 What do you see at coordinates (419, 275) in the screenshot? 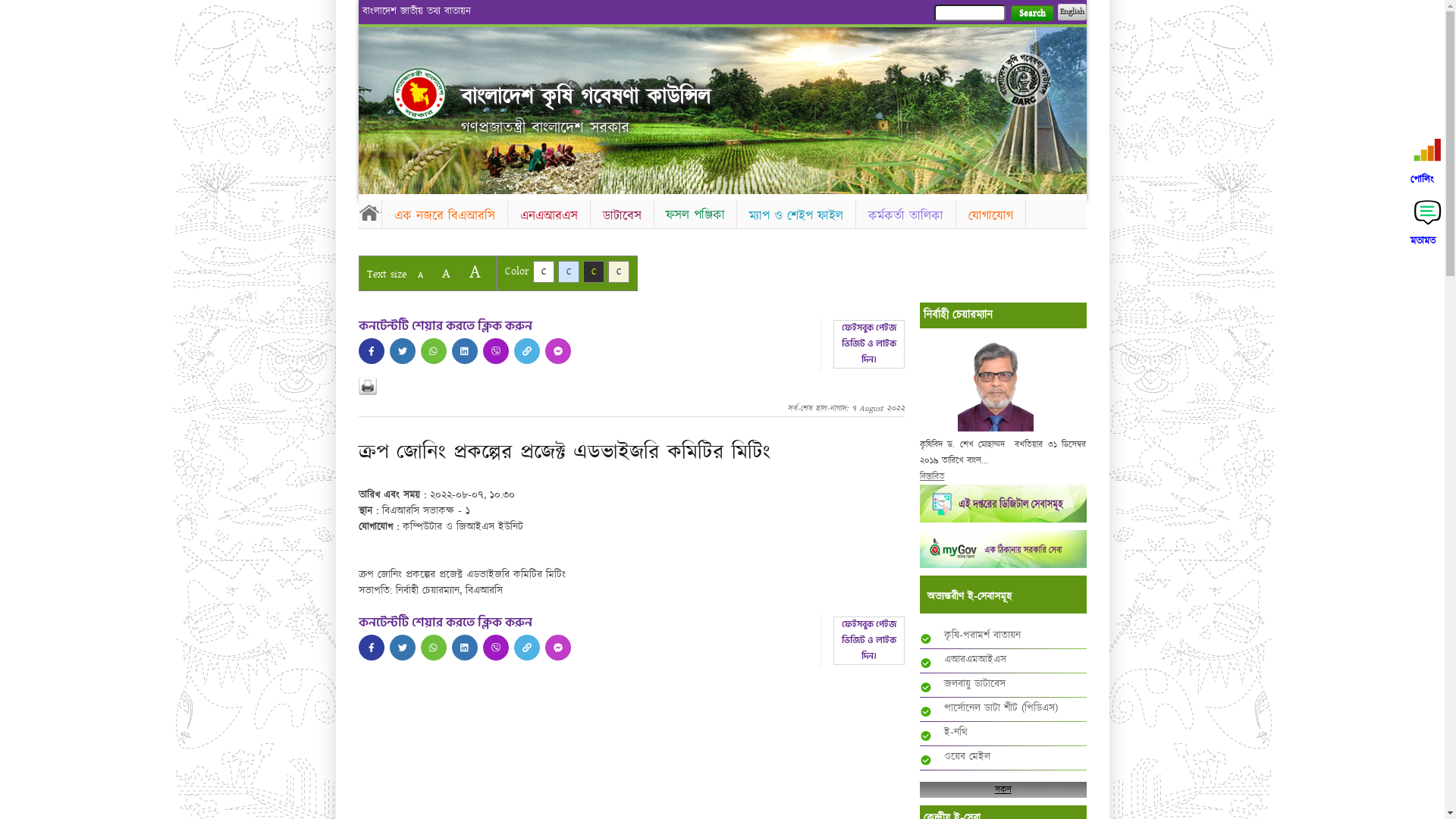
I see `'A'` at bounding box center [419, 275].